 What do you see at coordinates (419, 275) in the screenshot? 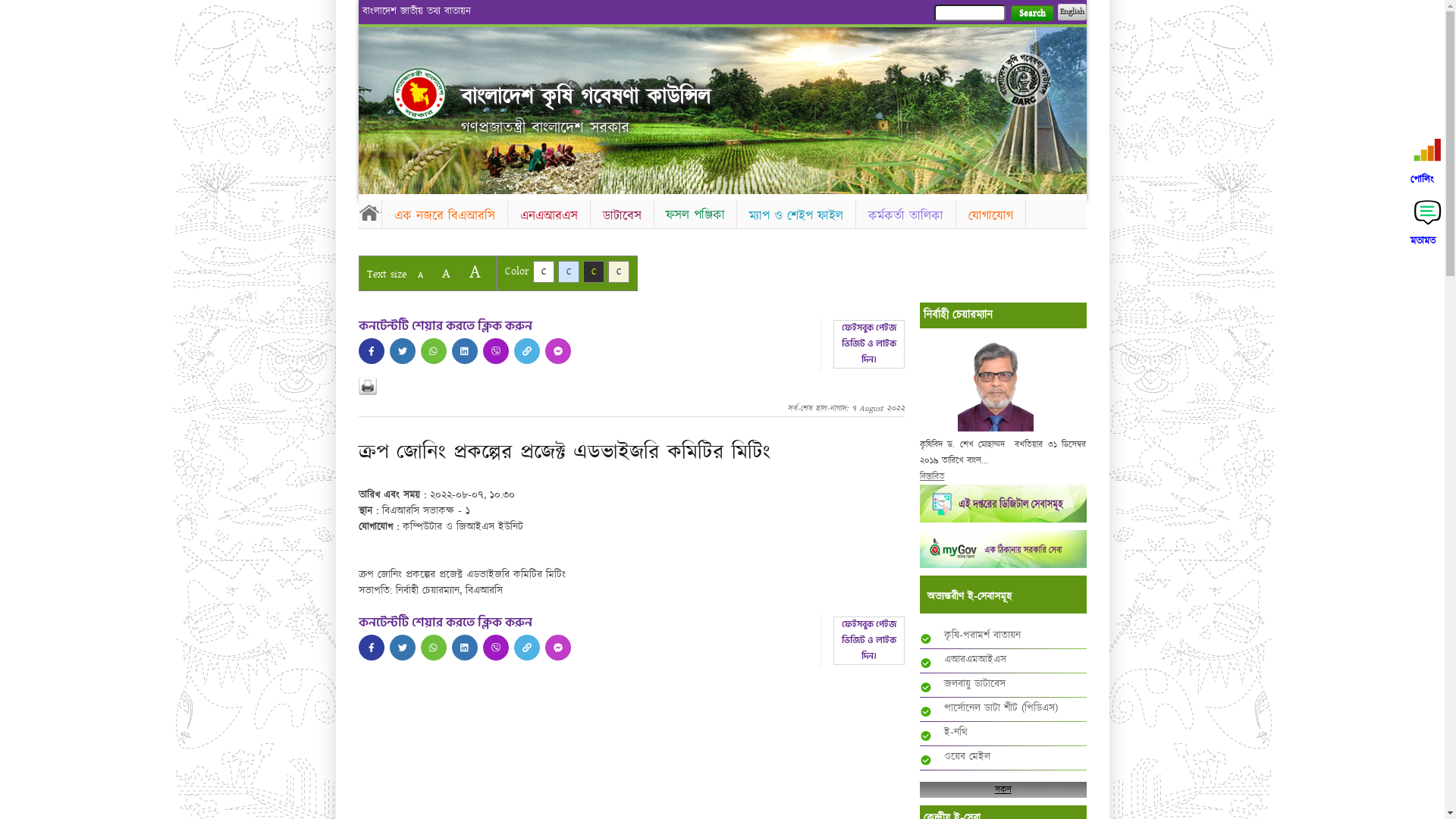
I see `'A'` at bounding box center [419, 275].